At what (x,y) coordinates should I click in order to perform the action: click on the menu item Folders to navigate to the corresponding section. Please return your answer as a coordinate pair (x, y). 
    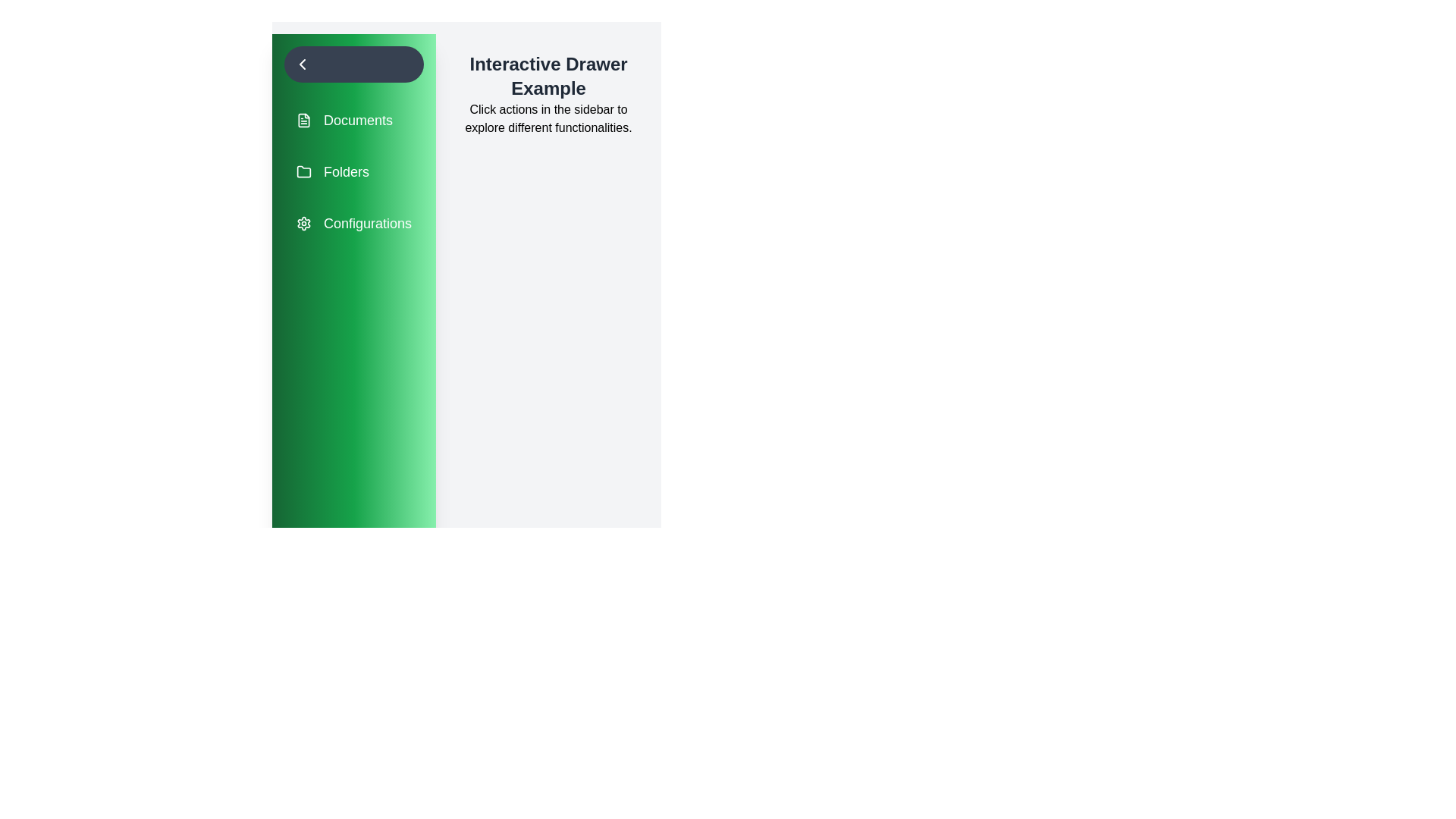
    Looking at the image, I should click on (353, 171).